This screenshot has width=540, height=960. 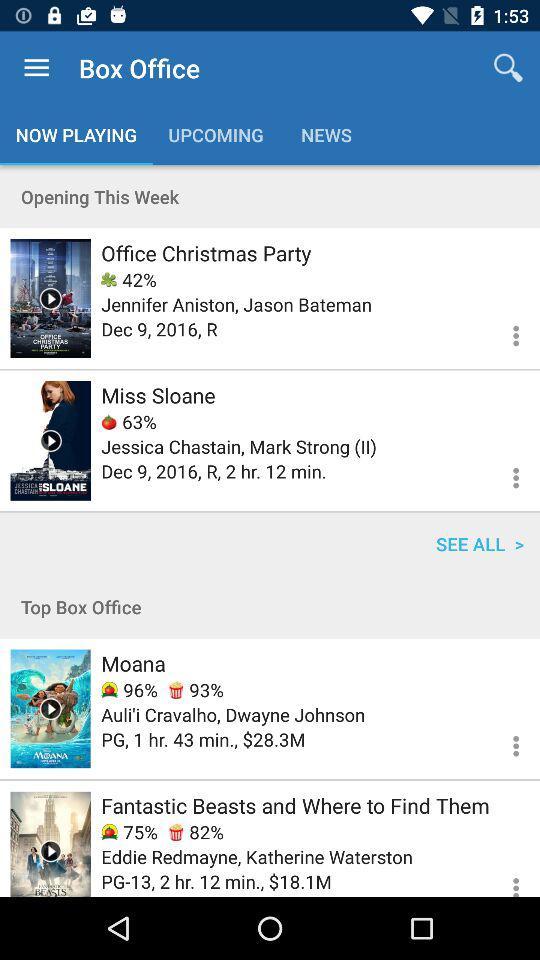 What do you see at coordinates (232, 714) in the screenshot?
I see `auli i cravalho icon` at bounding box center [232, 714].